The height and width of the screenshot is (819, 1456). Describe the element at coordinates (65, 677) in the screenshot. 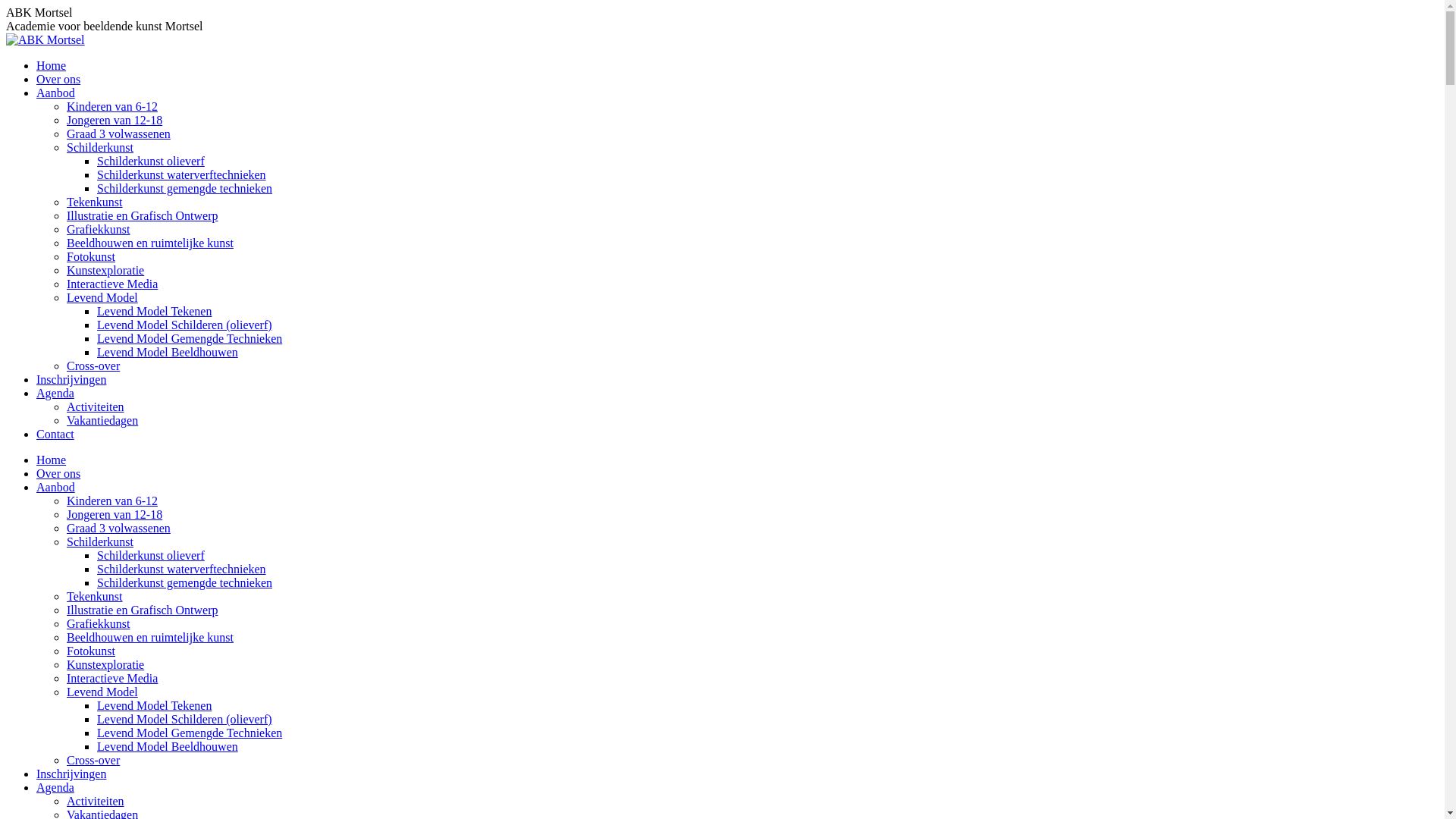

I see `'Interactieve Media'` at that location.